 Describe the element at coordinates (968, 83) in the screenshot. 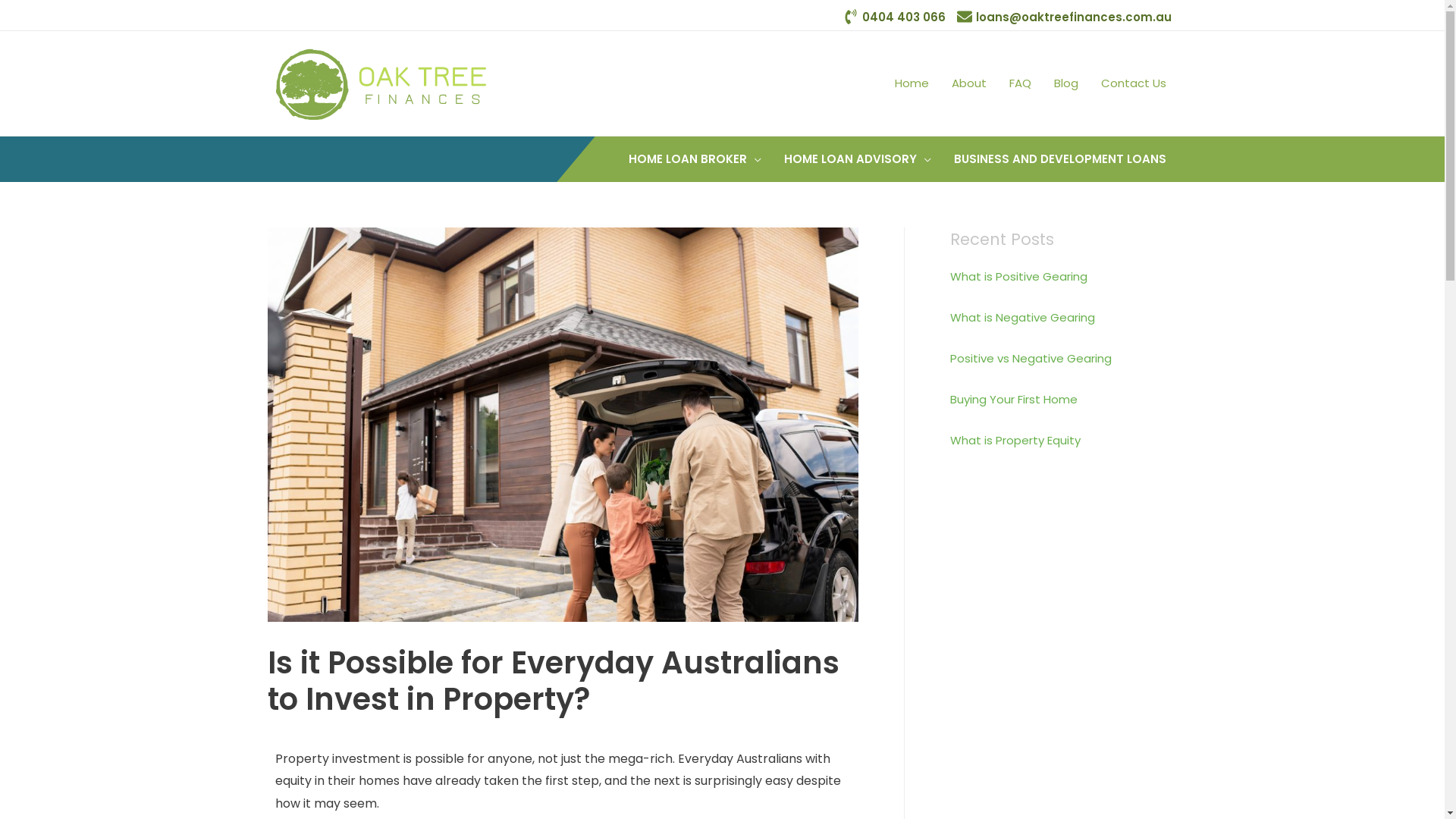

I see `'About'` at that location.